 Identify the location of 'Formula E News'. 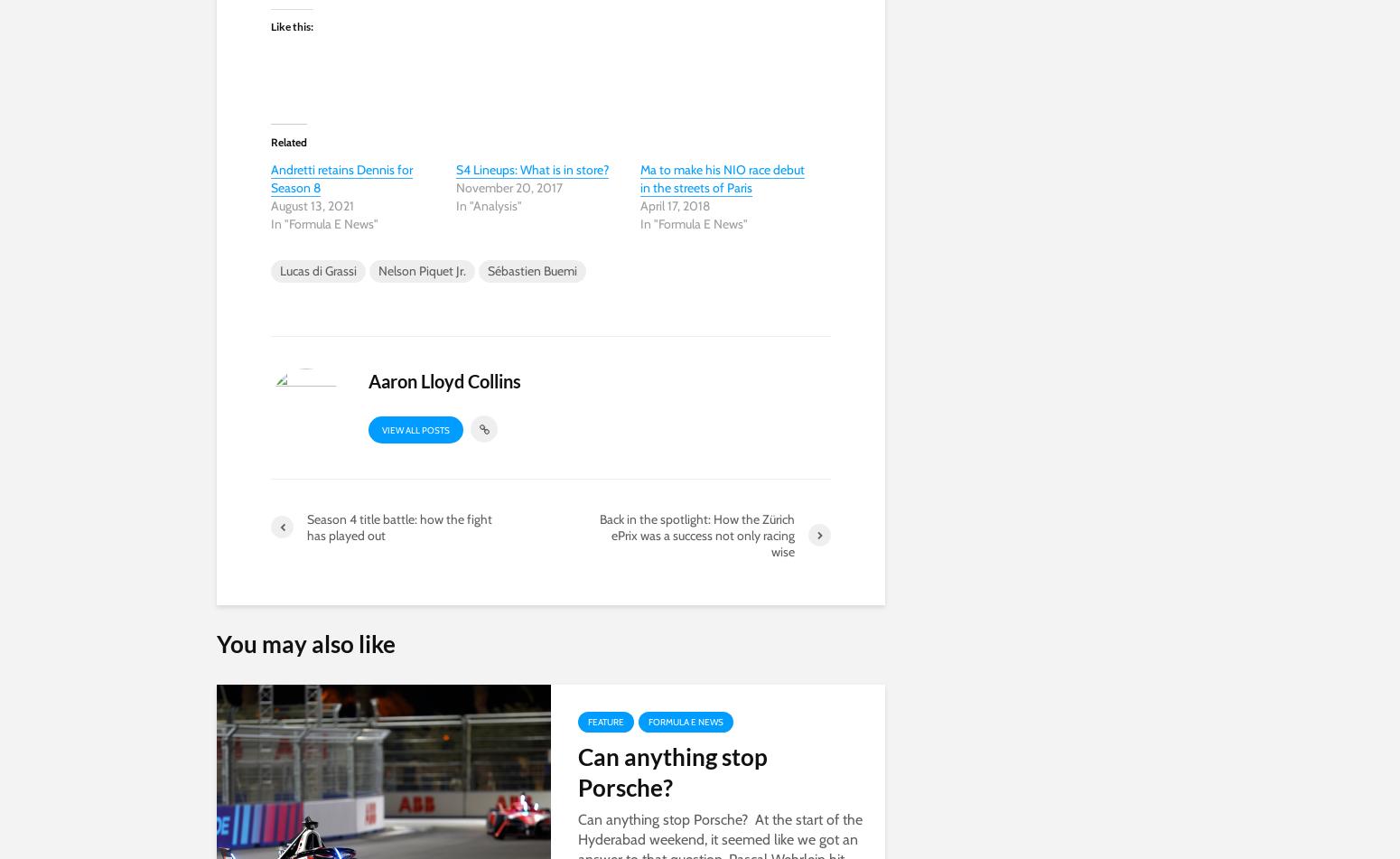
(686, 720).